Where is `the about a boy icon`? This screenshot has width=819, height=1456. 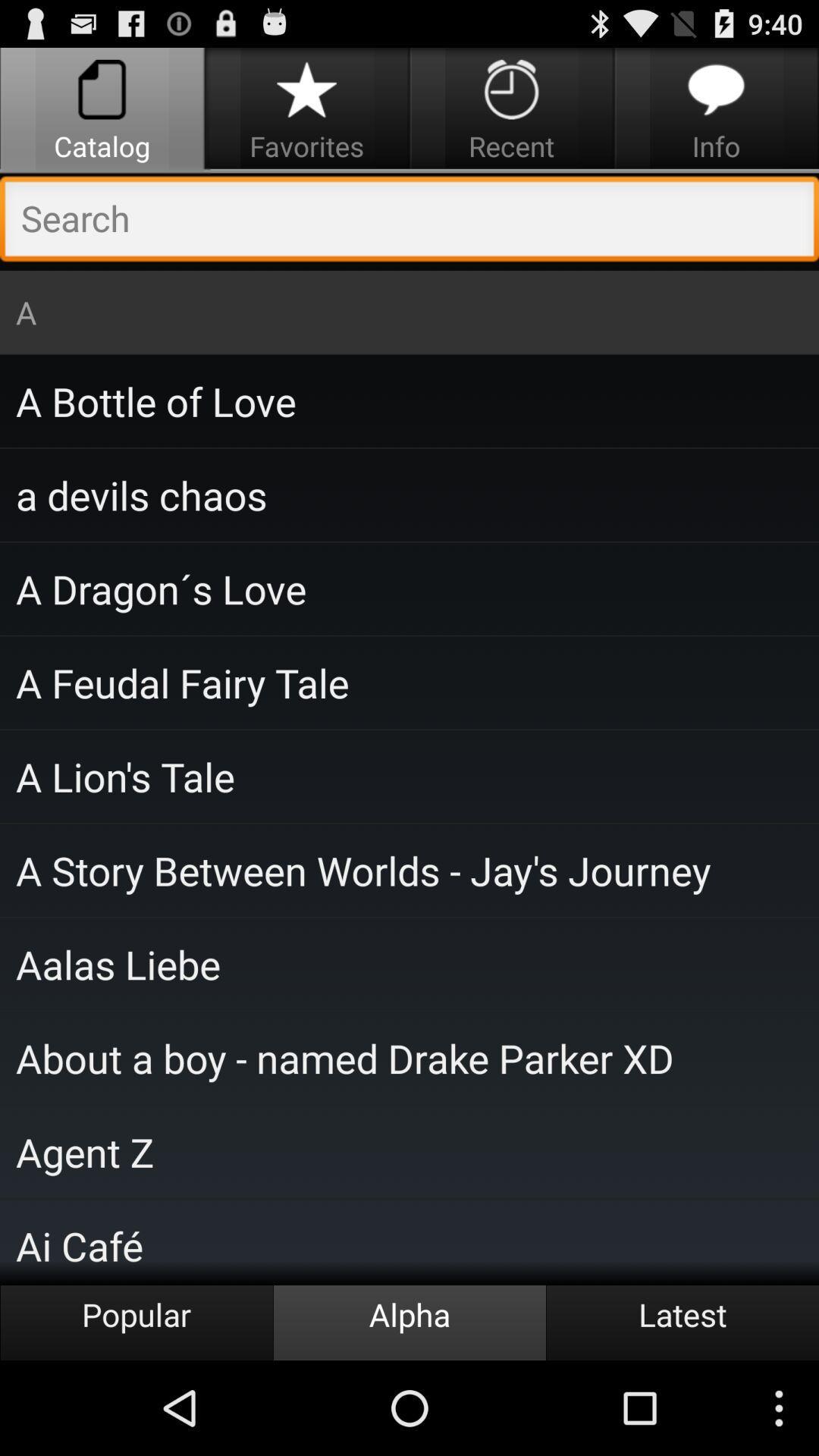 the about a boy icon is located at coordinates (409, 1057).